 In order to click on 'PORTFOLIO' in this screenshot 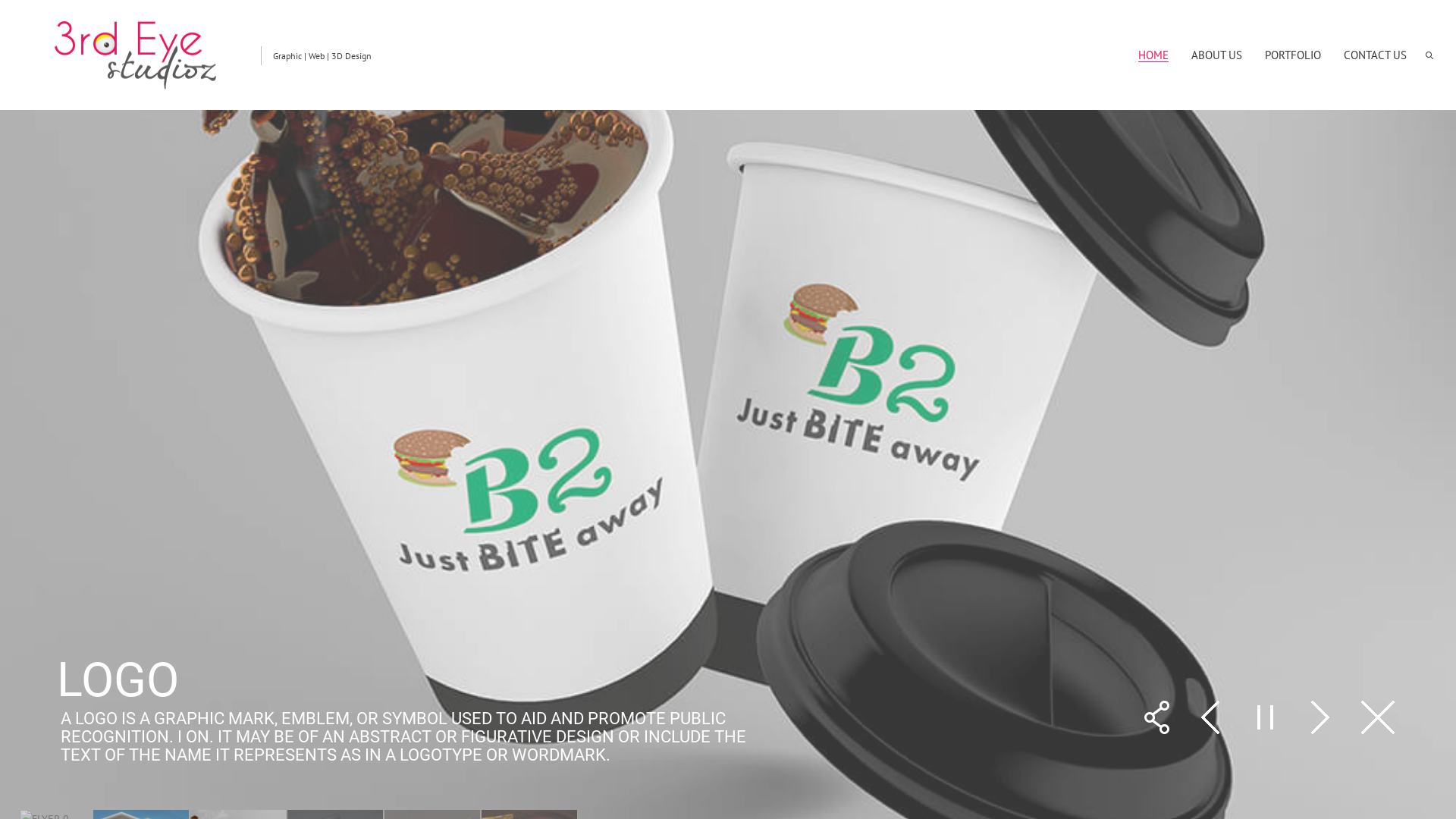, I will do `click(1291, 54)`.